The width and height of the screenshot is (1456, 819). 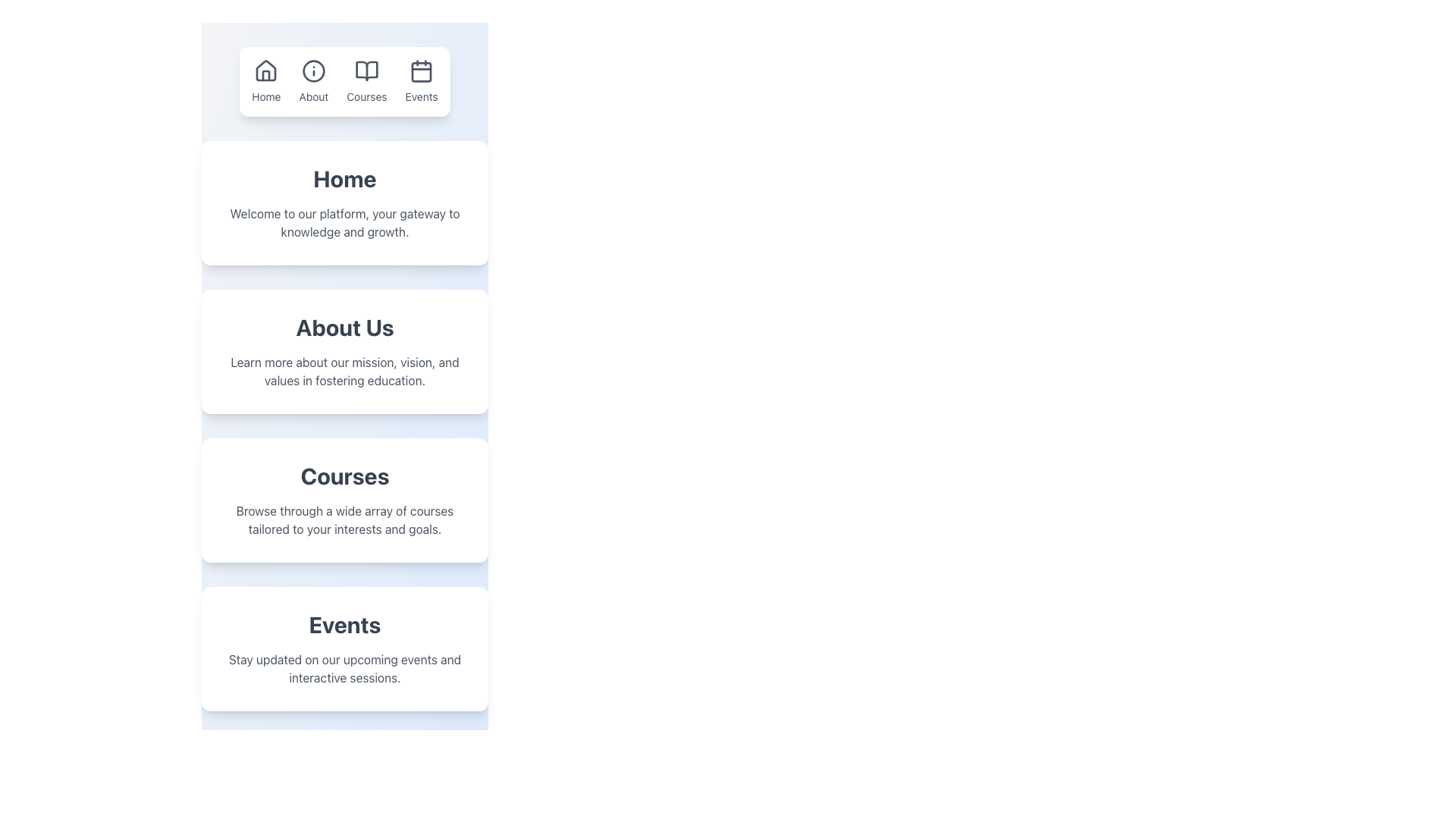 What do you see at coordinates (344, 475) in the screenshot?
I see `the text header 'Courses', which is bold and large, located at the top of the 'Courses' section within the third card on the page` at bounding box center [344, 475].